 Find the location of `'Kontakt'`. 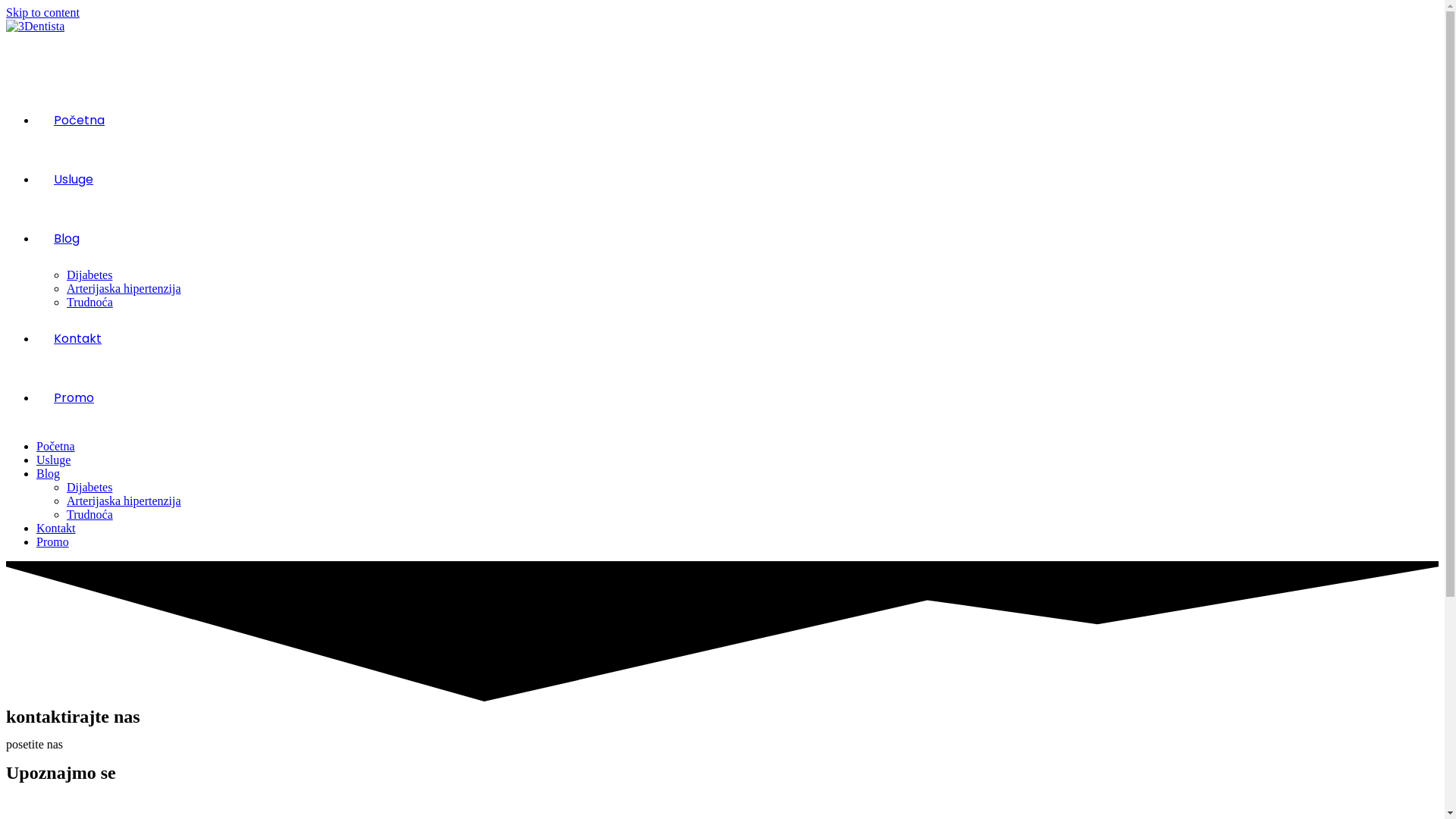

'Kontakt' is located at coordinates (77, 337).